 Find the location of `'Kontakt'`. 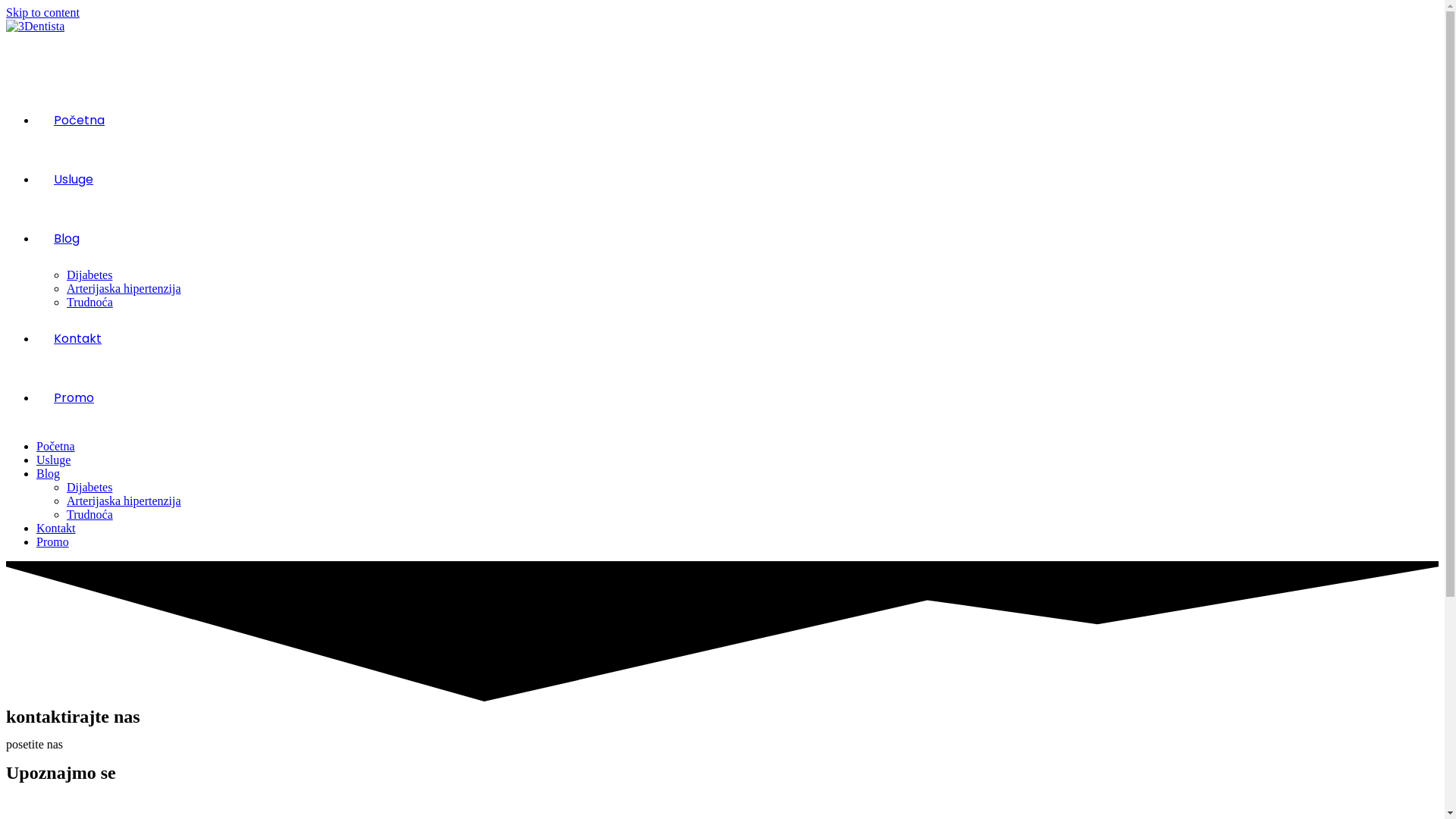

'Kontakt' is located at coordinates (77, 337).